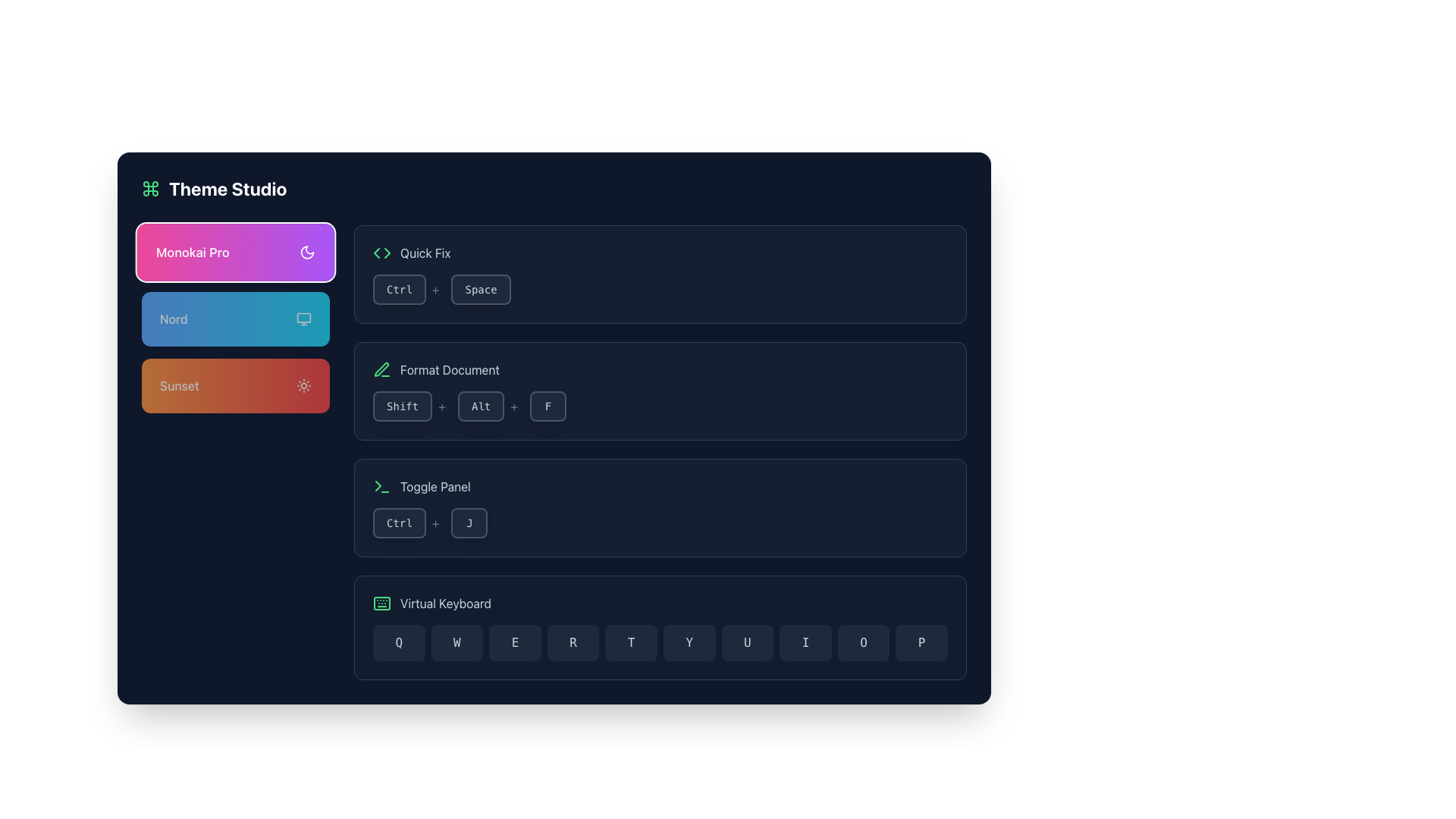 The image size is (1456, 819). Describe the element at coordinates (480, 289) in the screenshot. I see `the non-interactive button-like display element representing the 'Space' key in the 'Quick Fix' section, part of the keybinding display labeled 'Ctrl+Space'` at that location.